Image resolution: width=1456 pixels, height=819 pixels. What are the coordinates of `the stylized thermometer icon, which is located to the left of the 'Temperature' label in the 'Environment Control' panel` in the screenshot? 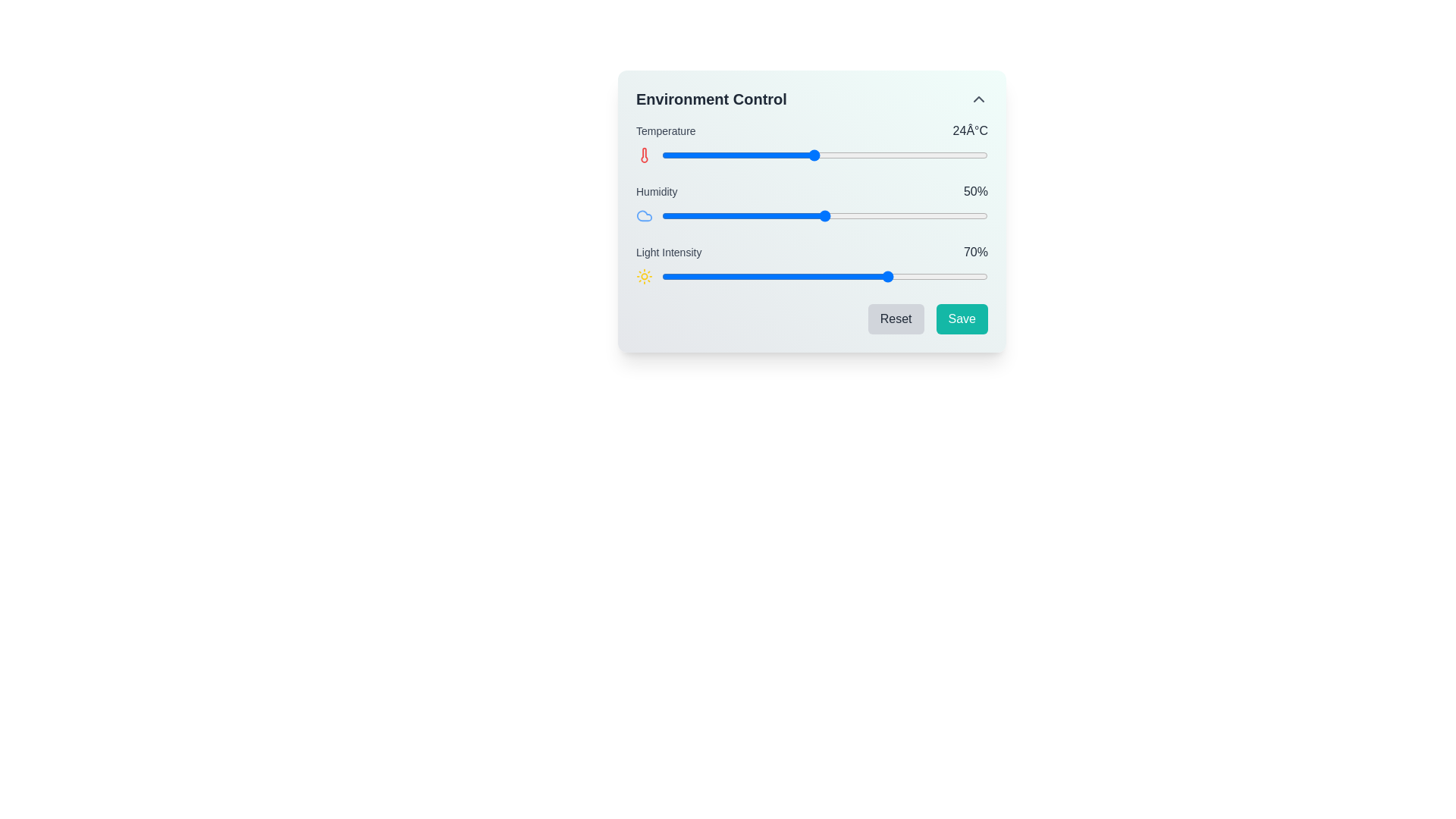 It's located at (645, 155).